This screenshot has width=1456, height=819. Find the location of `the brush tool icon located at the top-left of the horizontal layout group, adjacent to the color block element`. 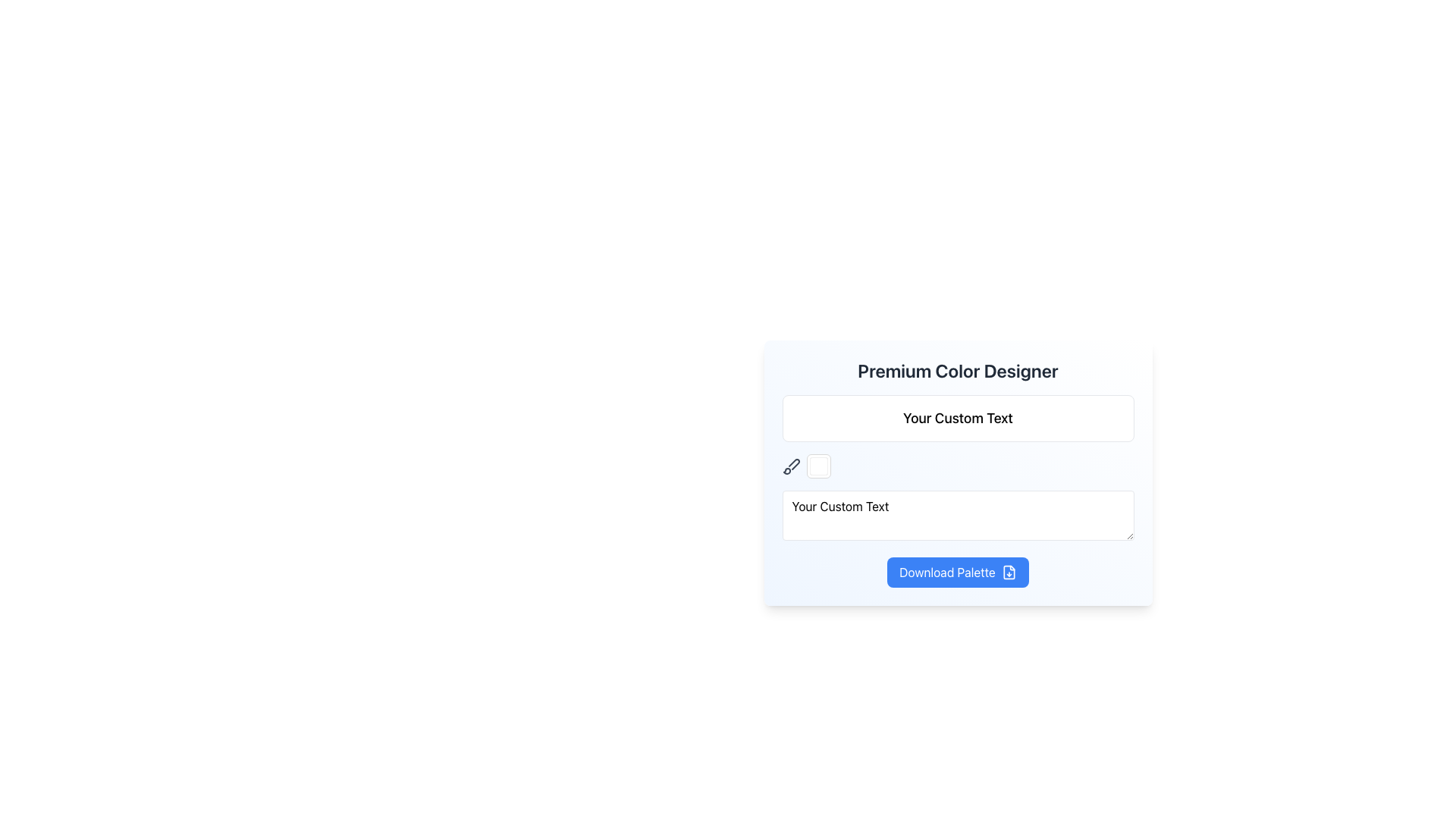

the brush tool icon located at the top-left of the horizontal layout group, adjacent to the color block element is located at coordinates (790, 465).